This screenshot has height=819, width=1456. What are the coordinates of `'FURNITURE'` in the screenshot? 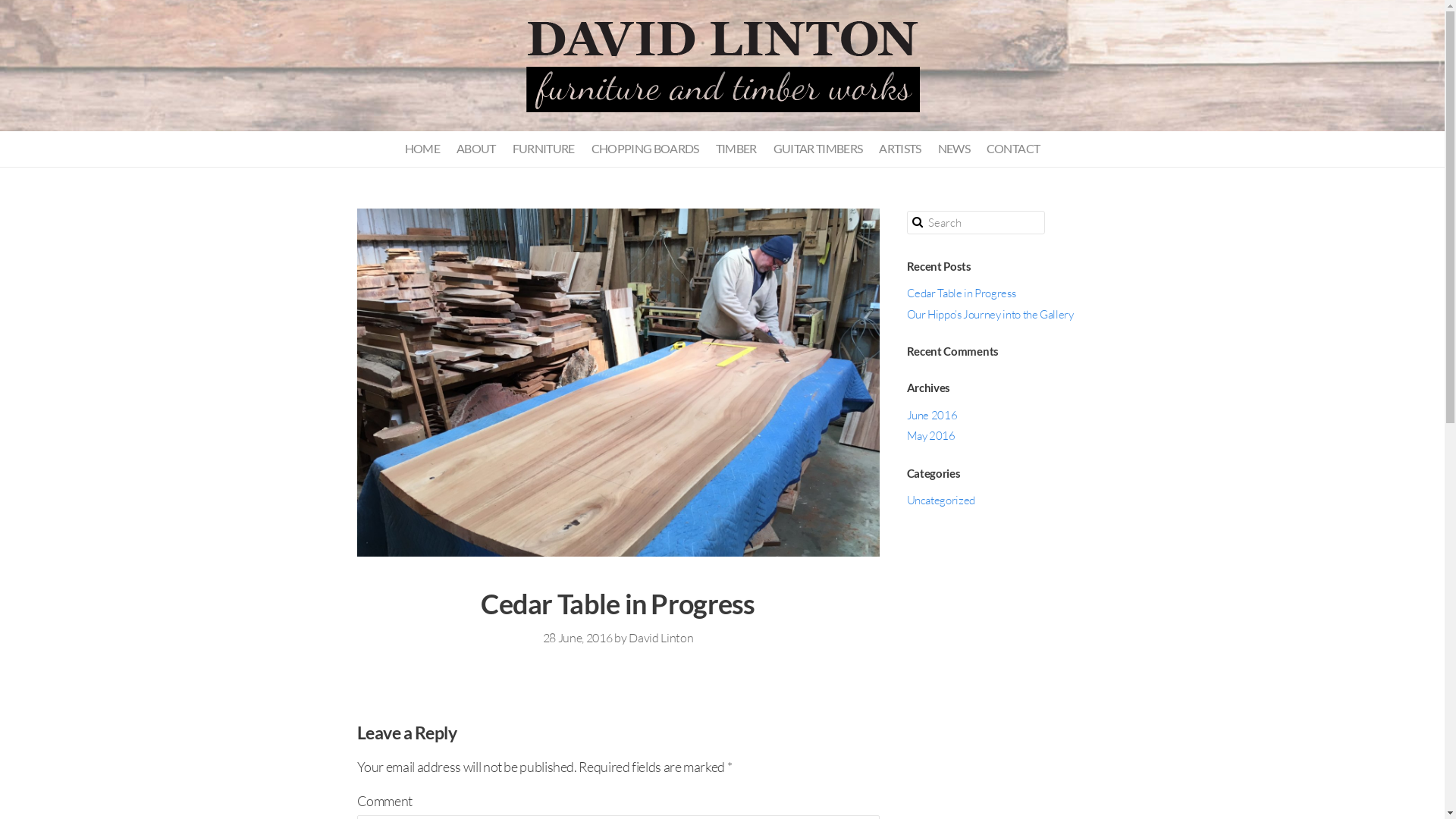 It's located at (543, 149).